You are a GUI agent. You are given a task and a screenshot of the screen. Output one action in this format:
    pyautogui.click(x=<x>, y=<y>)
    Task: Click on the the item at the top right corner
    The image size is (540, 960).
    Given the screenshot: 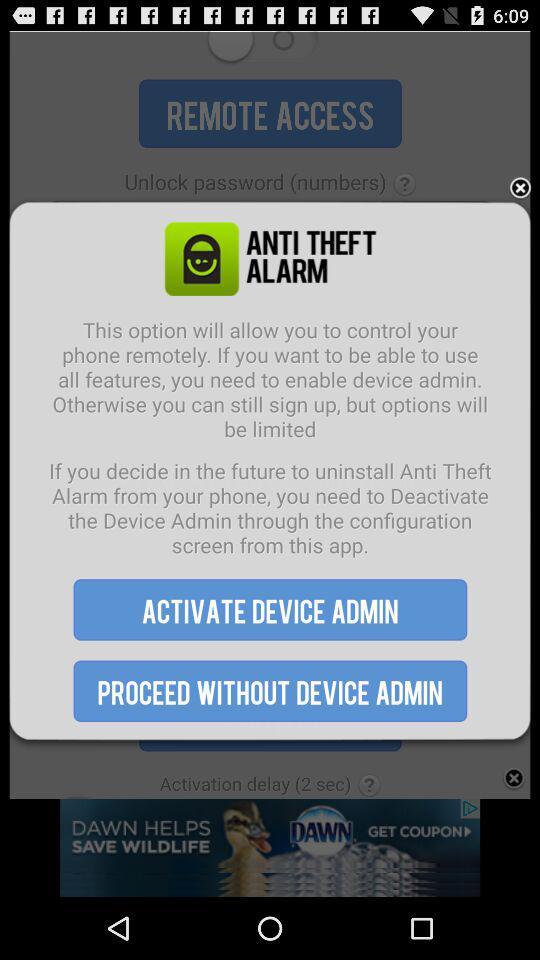 What is the action you would take?
    pyautogui.click(x=520, y=188)
    